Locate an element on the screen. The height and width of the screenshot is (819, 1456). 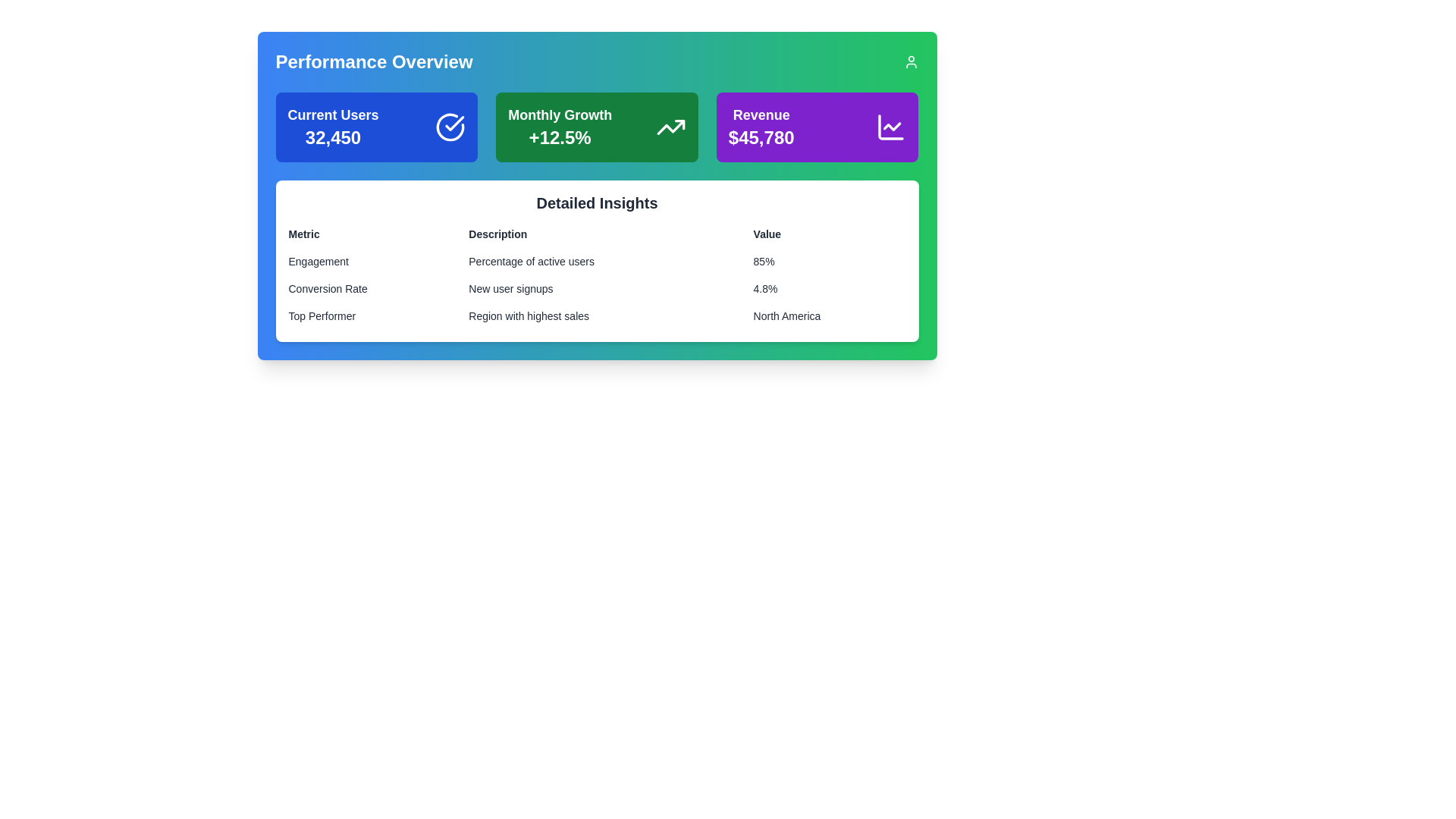
the table row displaying 'Conversion Rate' for 'New user signups' with a value of '4.8%', located as the second row under 'Detailed Insights' is located at coordinates (596, 289).